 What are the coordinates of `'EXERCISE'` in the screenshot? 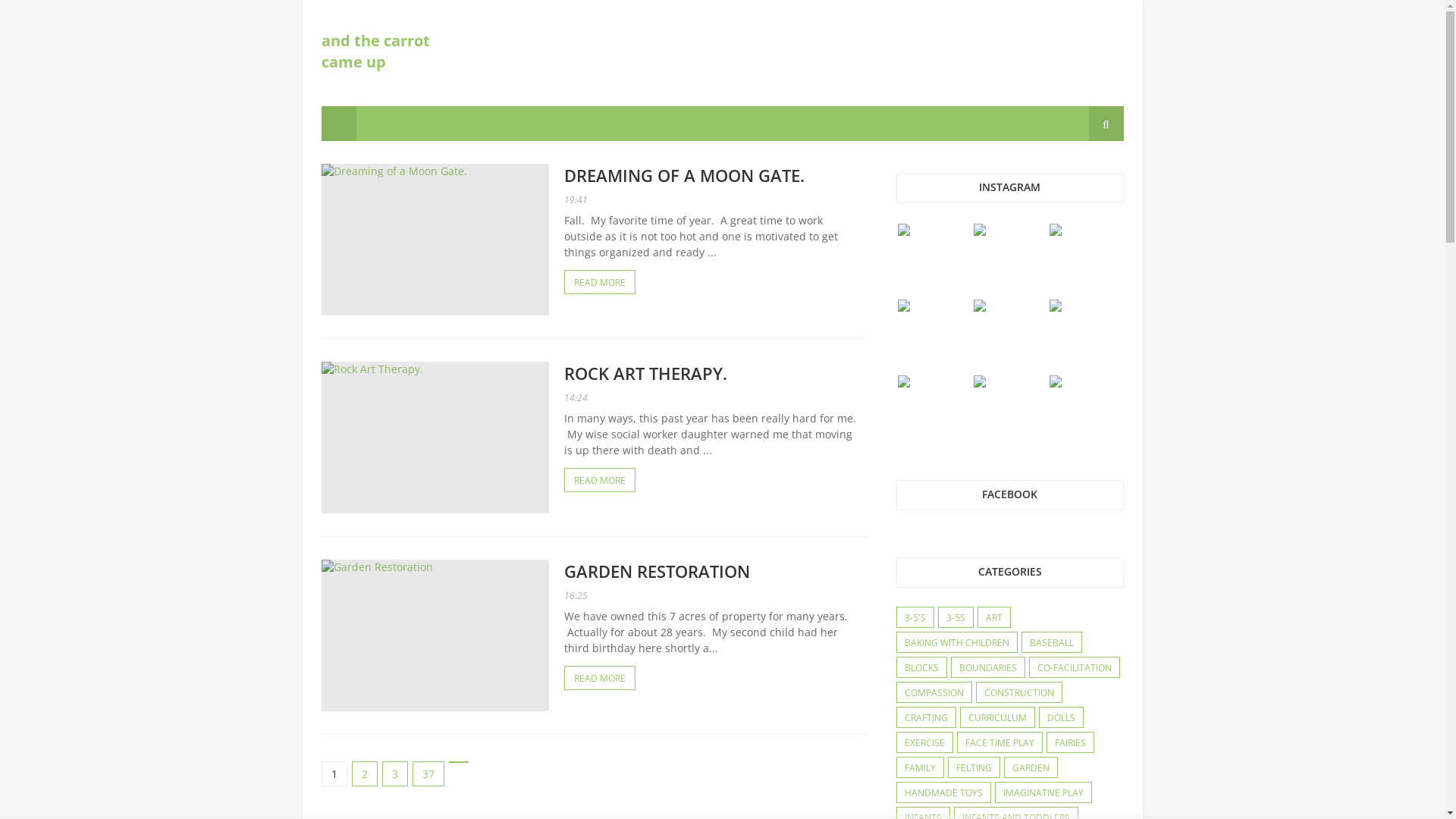 It's located at (923, 742).